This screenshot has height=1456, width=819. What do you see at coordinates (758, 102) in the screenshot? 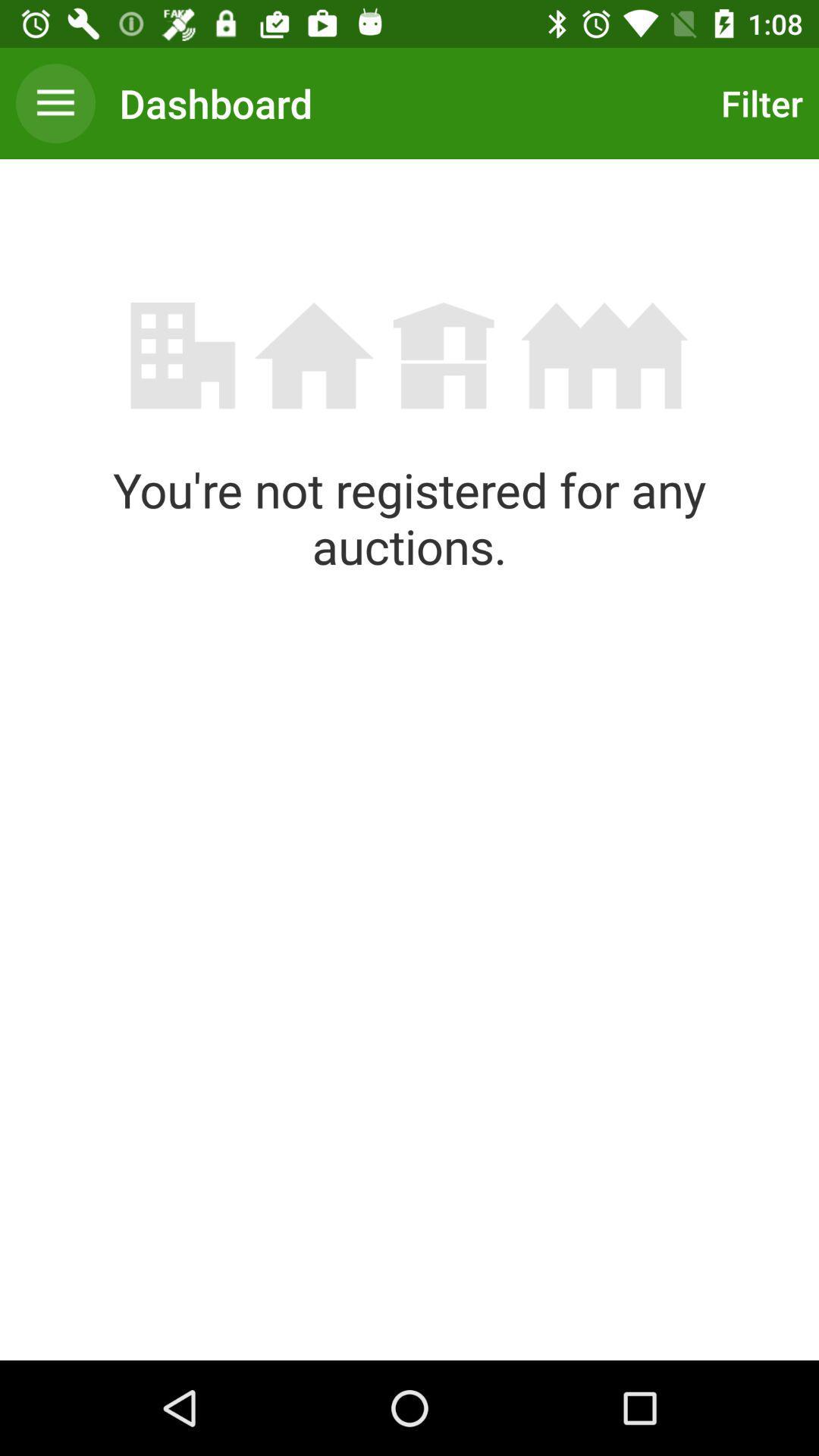
I see `item above the you re not icon` at bounding box center [758, 102].